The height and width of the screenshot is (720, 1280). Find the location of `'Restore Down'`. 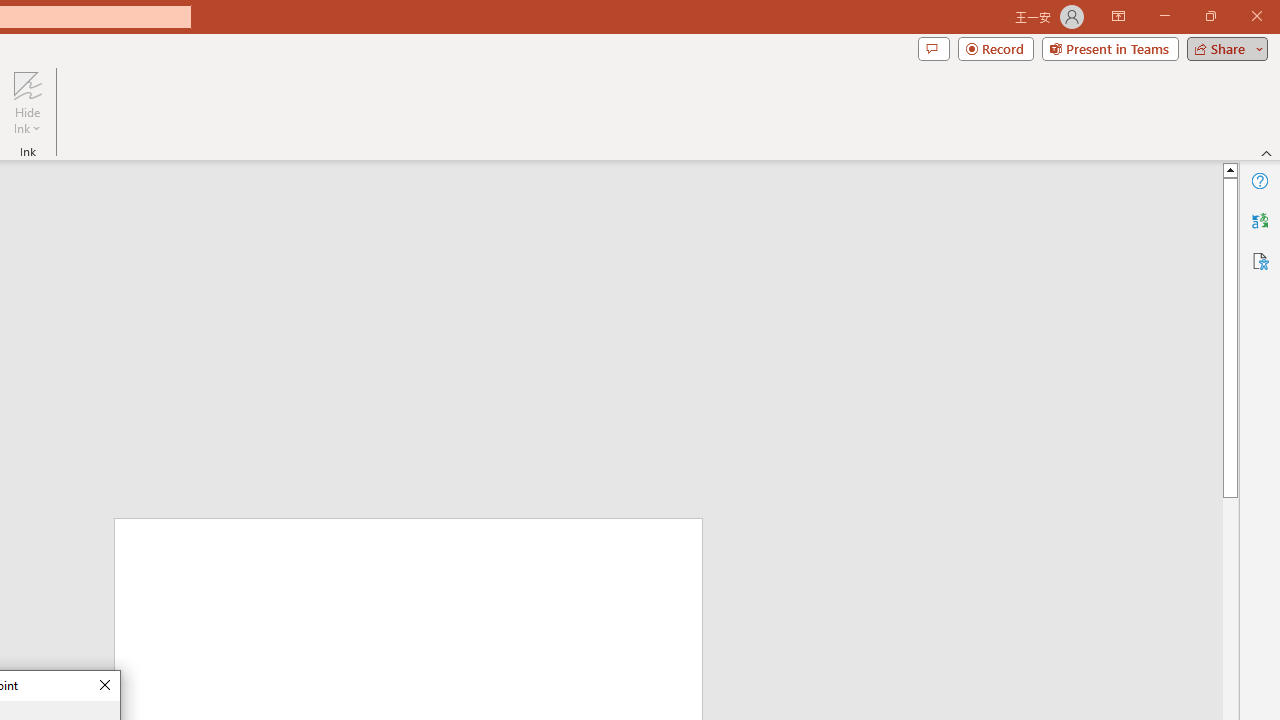

'Restore Down' is located at coordinates (1209, 16).